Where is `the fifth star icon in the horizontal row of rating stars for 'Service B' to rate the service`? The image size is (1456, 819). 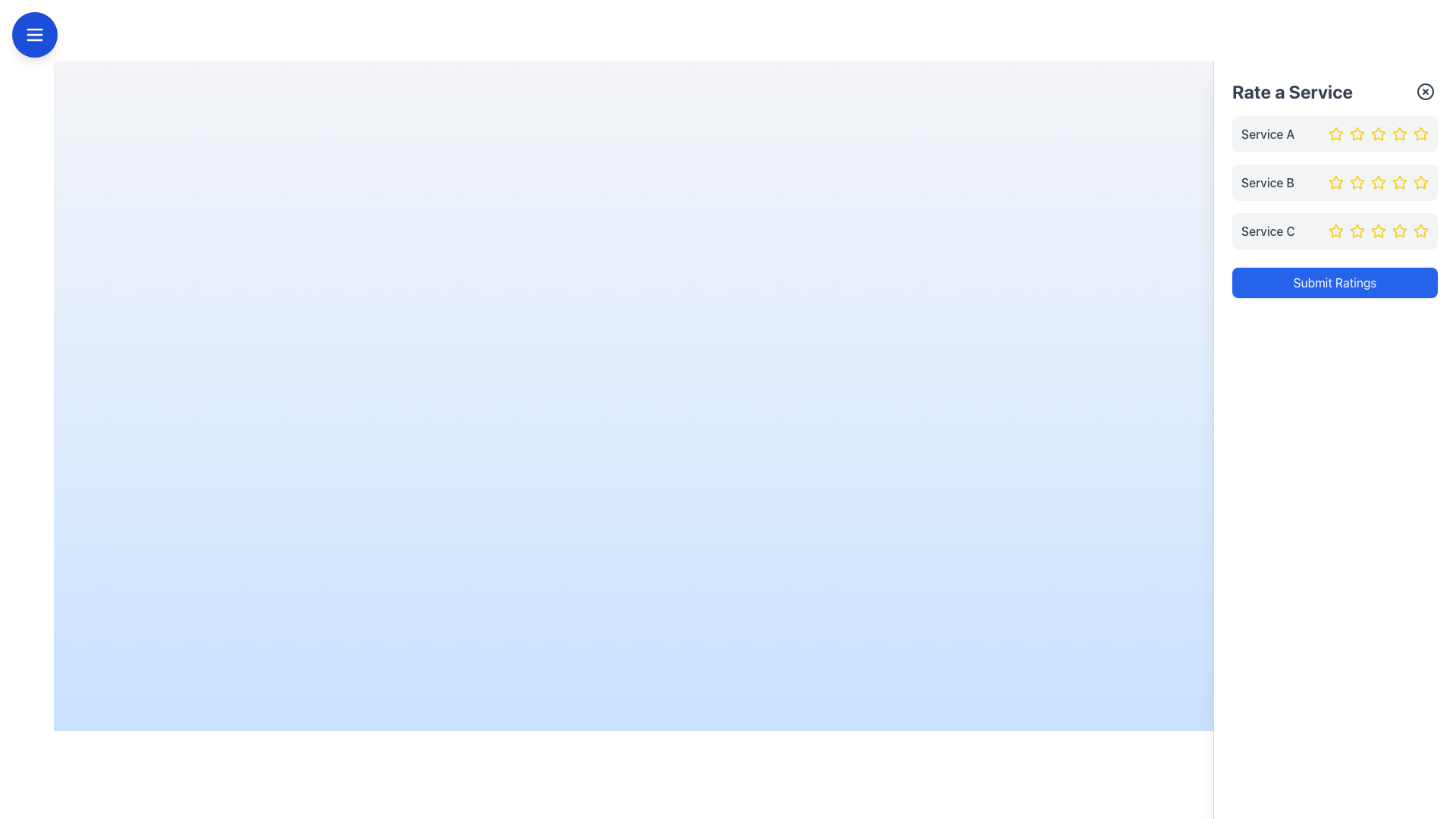 the fifth star icon in the horizontal row of rating stars for 'Service B' to rate the service is located at coordinates (1420, 181).